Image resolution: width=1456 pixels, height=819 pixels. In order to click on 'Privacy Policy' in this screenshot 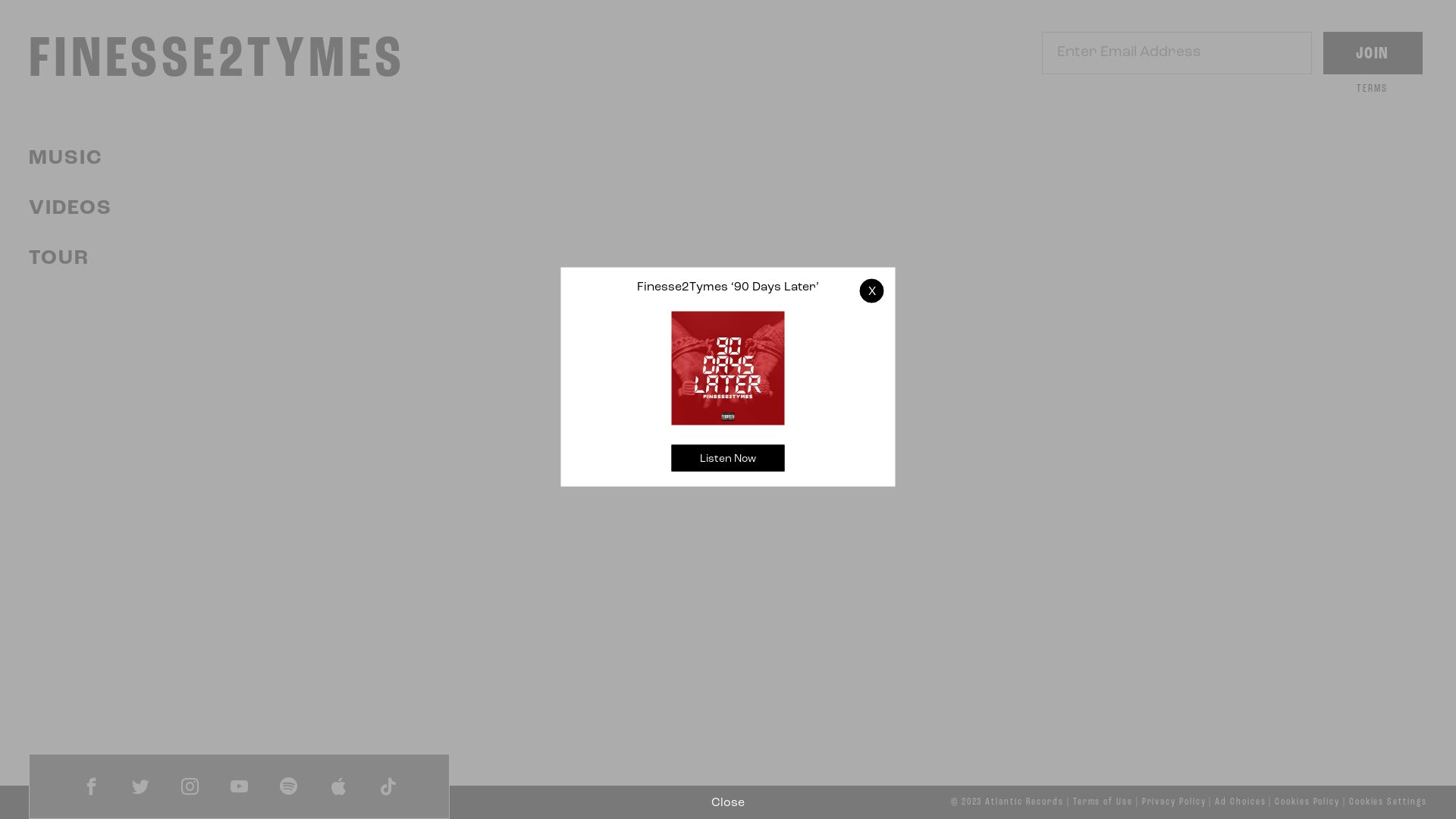, I will do `click(1173, 801)`.